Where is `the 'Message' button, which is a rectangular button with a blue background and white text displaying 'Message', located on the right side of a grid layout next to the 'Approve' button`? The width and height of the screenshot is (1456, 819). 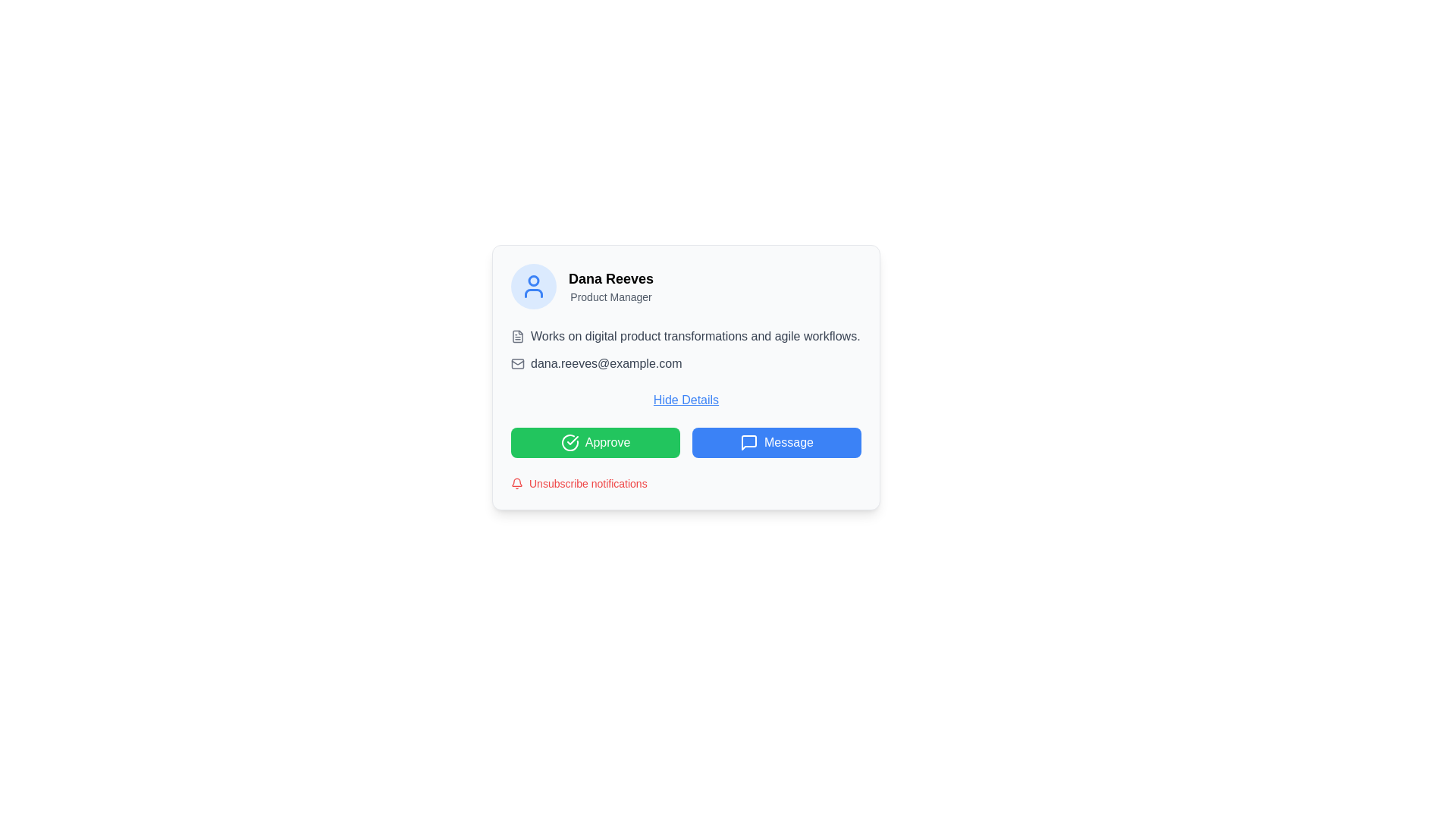
the 'Message' button, which is a rectangular button with a blue background and white text displaying 'Message', located on the right side of a grid layout next to the 'Approve' button is located at coordinates (777, 442).